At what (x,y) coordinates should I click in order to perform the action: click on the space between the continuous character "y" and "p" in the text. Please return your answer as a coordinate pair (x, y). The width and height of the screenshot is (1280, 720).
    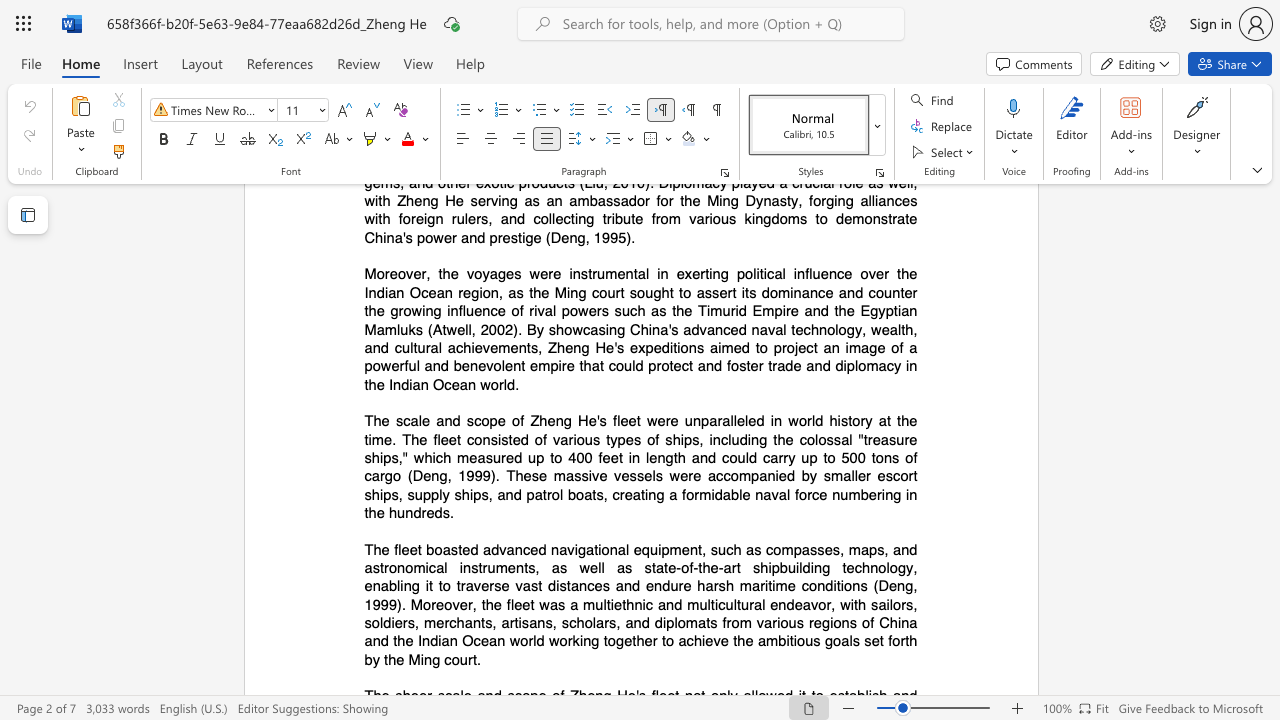
    Looking at the image, I should click on (616, 438).